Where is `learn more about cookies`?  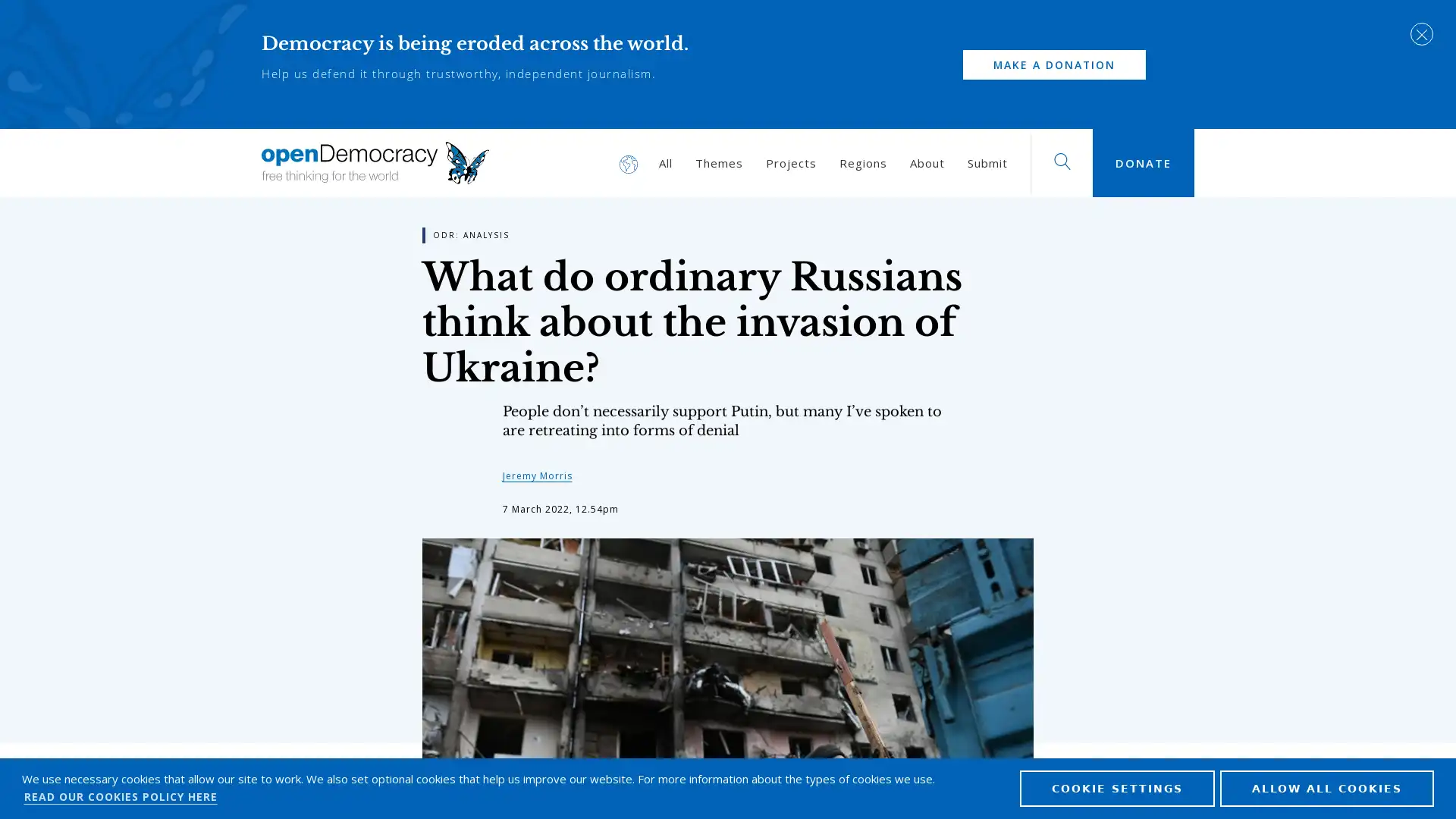
learn more about cookies is located at coordinates (119, 795).